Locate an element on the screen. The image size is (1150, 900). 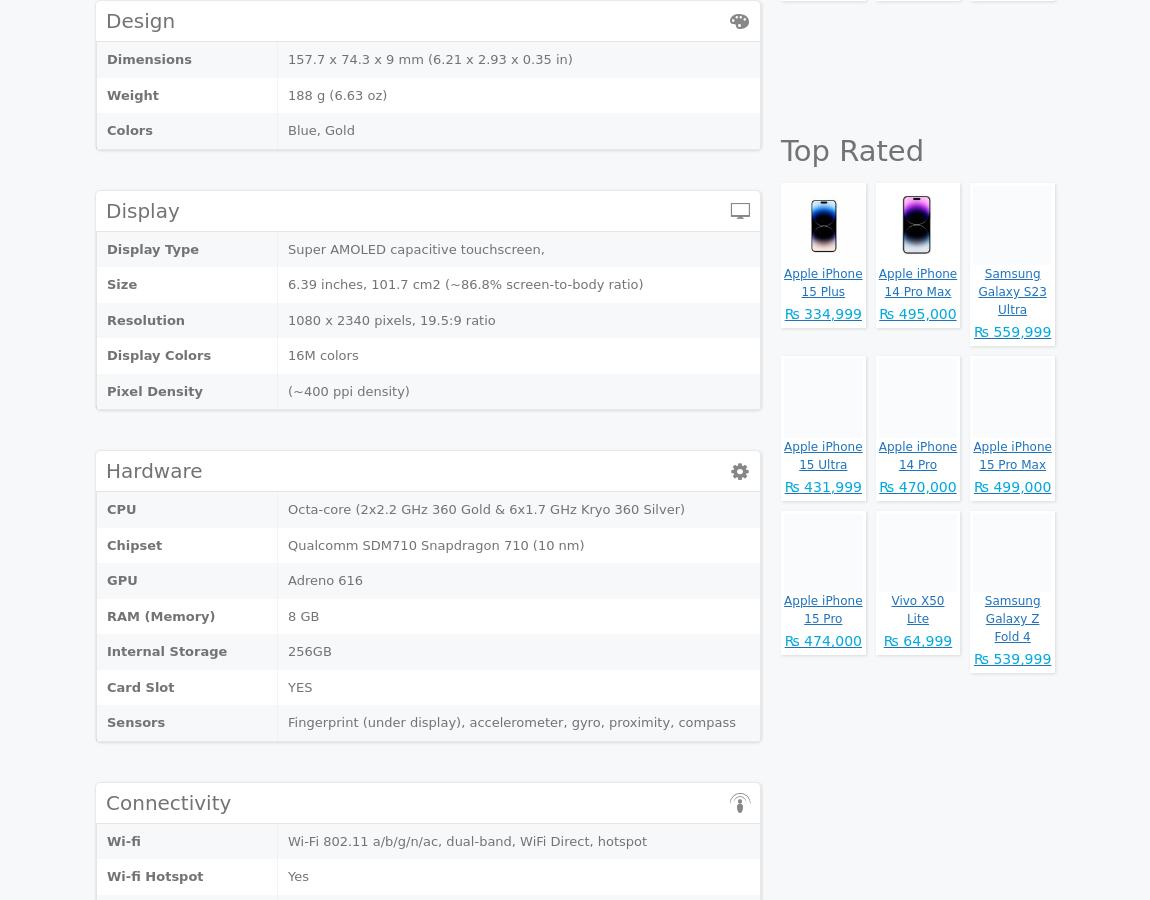
'Samsung Galaxy S23 Ultra' is located at coordinates (1012, 290).